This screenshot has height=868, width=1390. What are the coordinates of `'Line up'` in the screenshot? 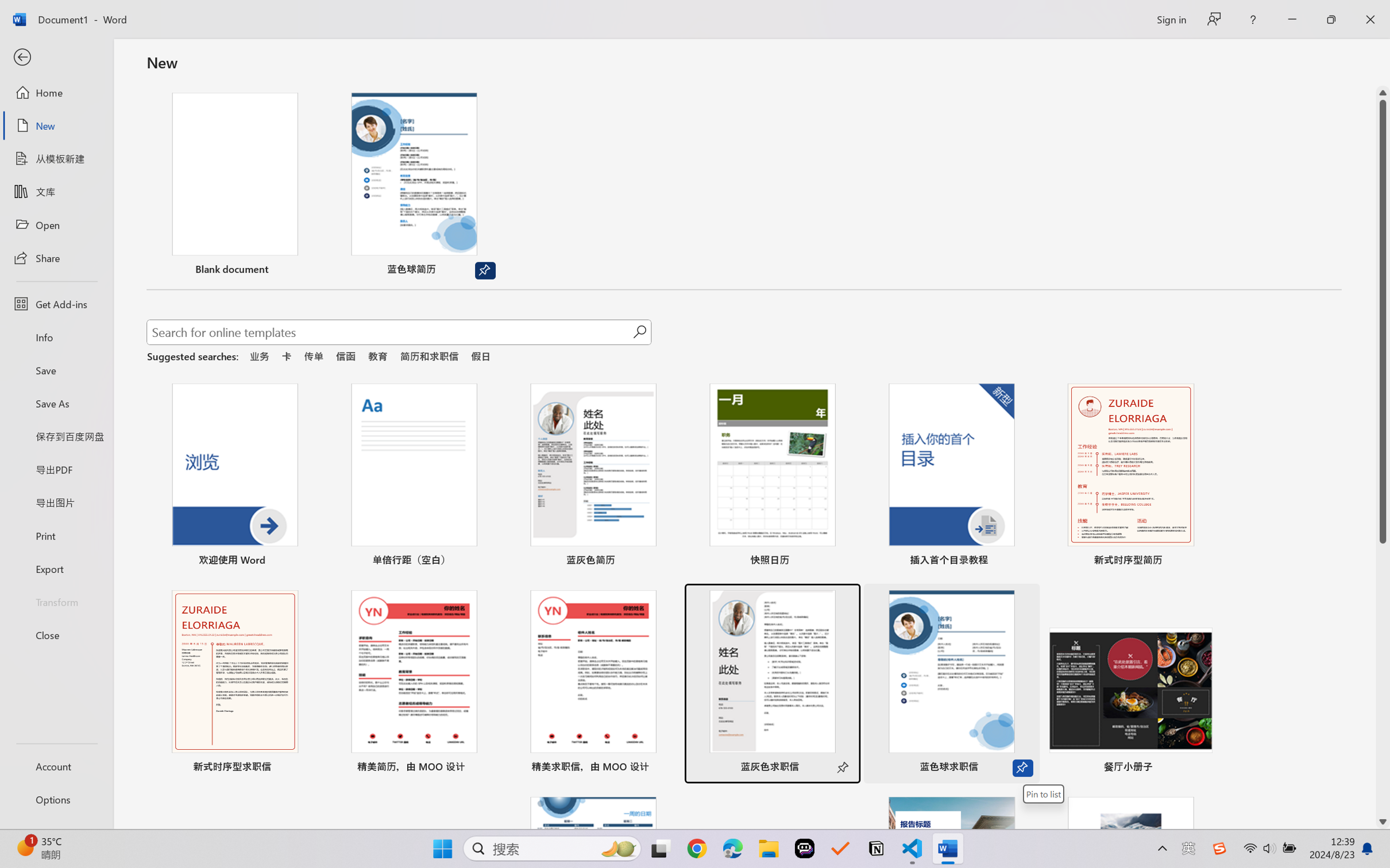 It's located at (1383, 92).